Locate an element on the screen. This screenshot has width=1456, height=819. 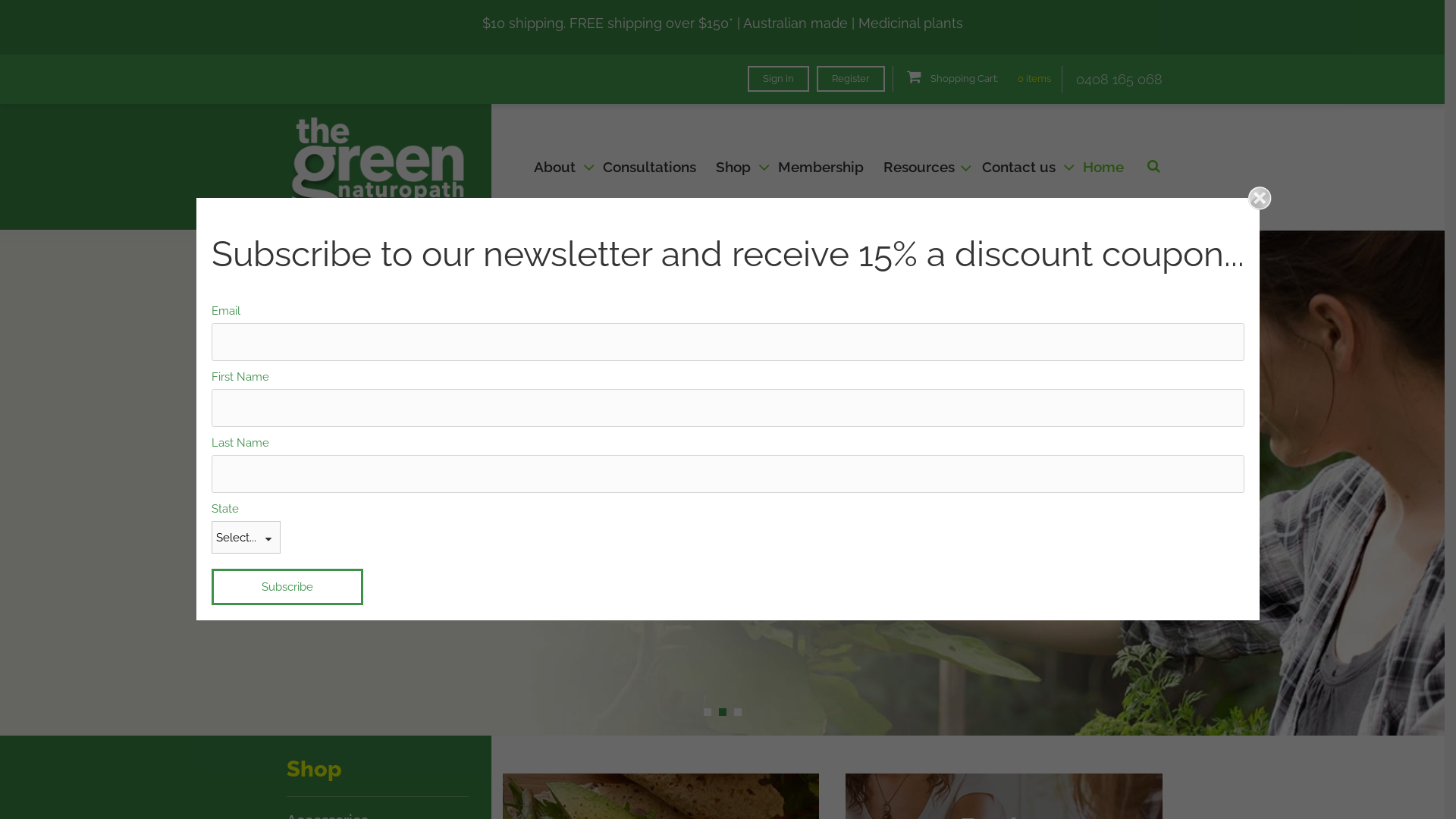
'Sign in' is located at coordinates (778, 78).